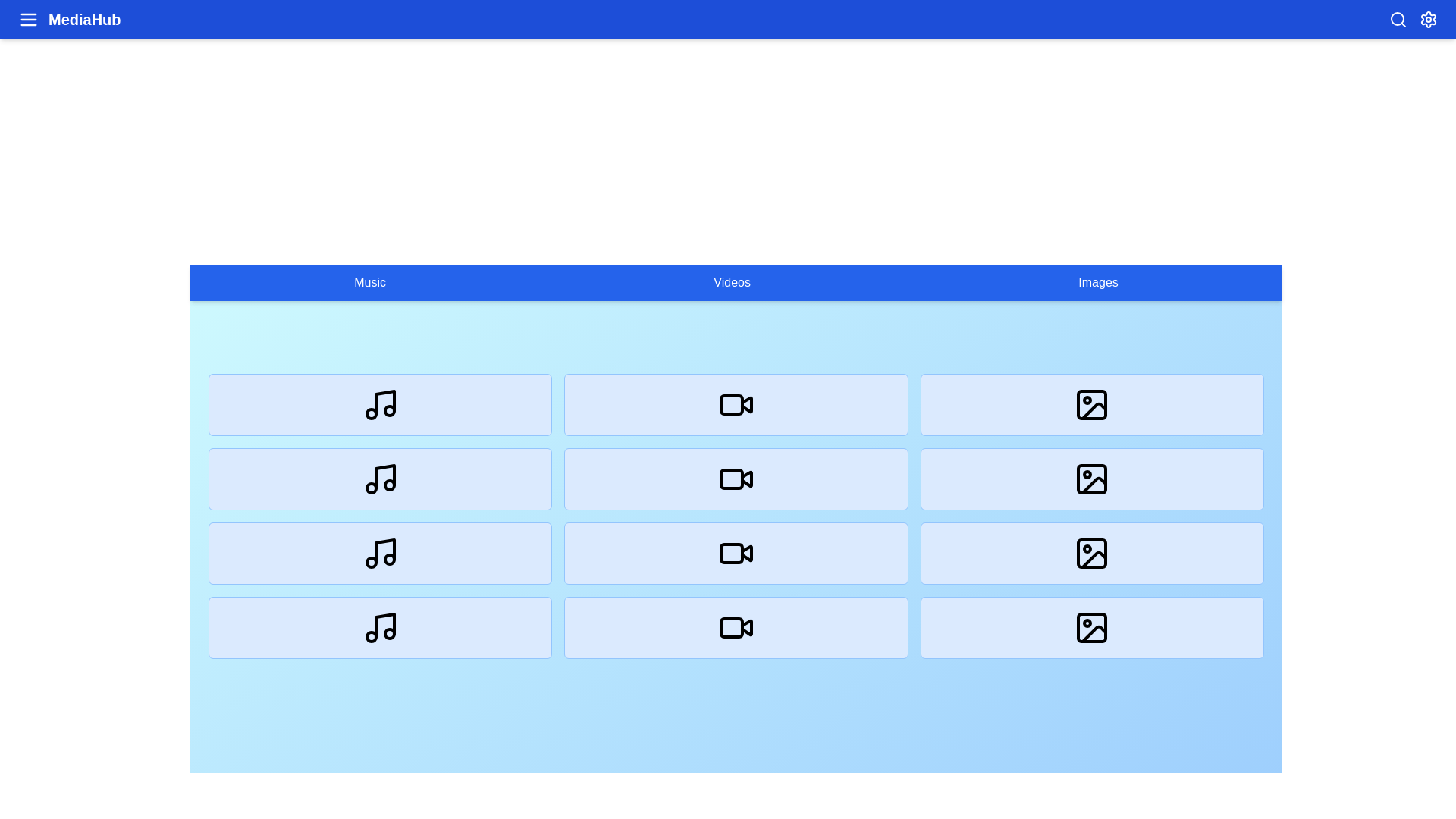 The height and width of the screenshot is (819, 1456). Describe the element at coordinates (370, 283) in the screenshot. I see `the media type Music from the navigation bar` at that location.